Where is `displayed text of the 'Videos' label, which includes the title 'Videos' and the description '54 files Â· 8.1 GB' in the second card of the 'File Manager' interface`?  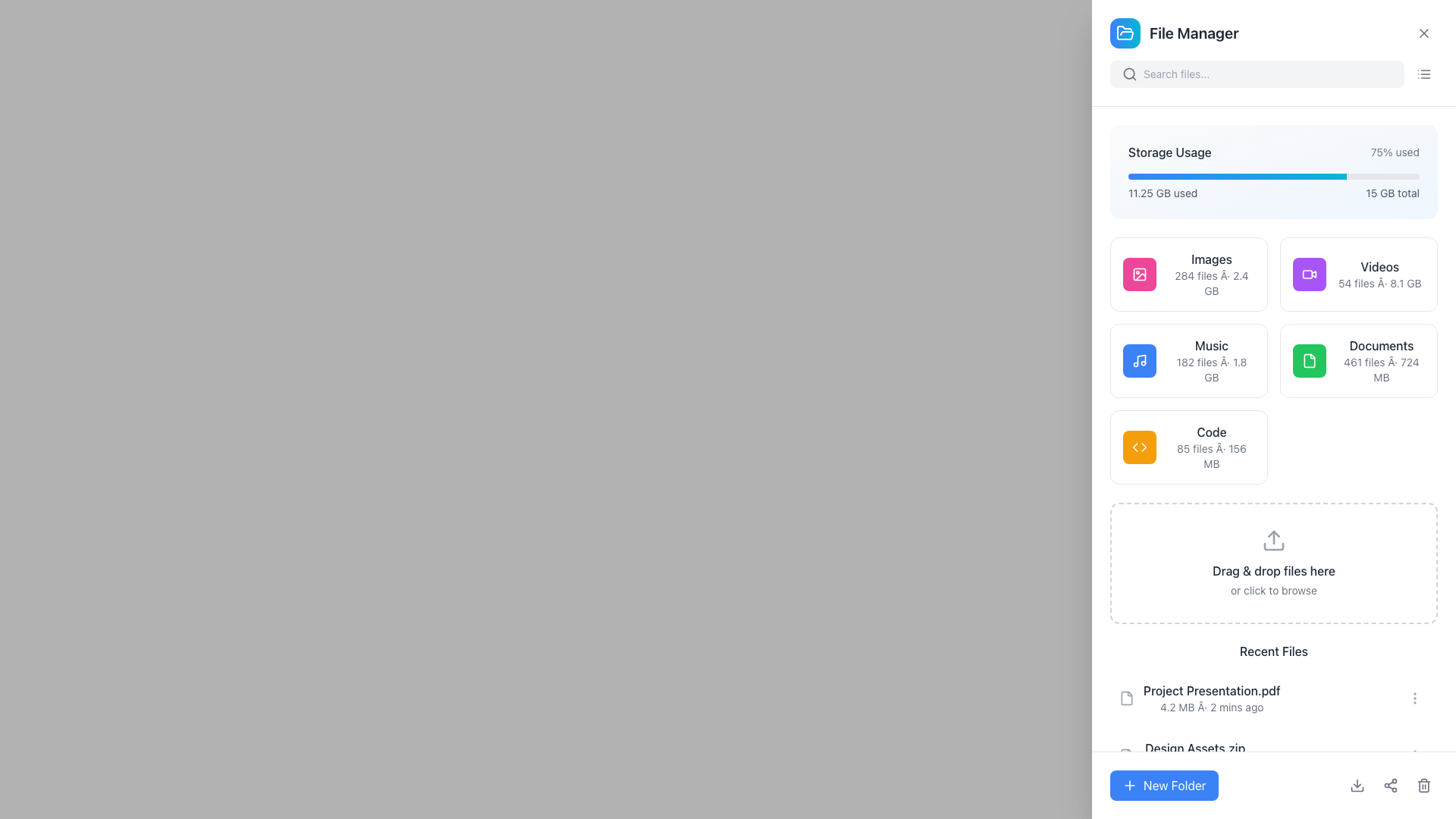
displayed text of the 'Videos' label, which includes the title 'Videos' and the description '54 files Â· 8.1 GB' in the second card of the 'File Manager' interface is located at coordinates (1379, 275).